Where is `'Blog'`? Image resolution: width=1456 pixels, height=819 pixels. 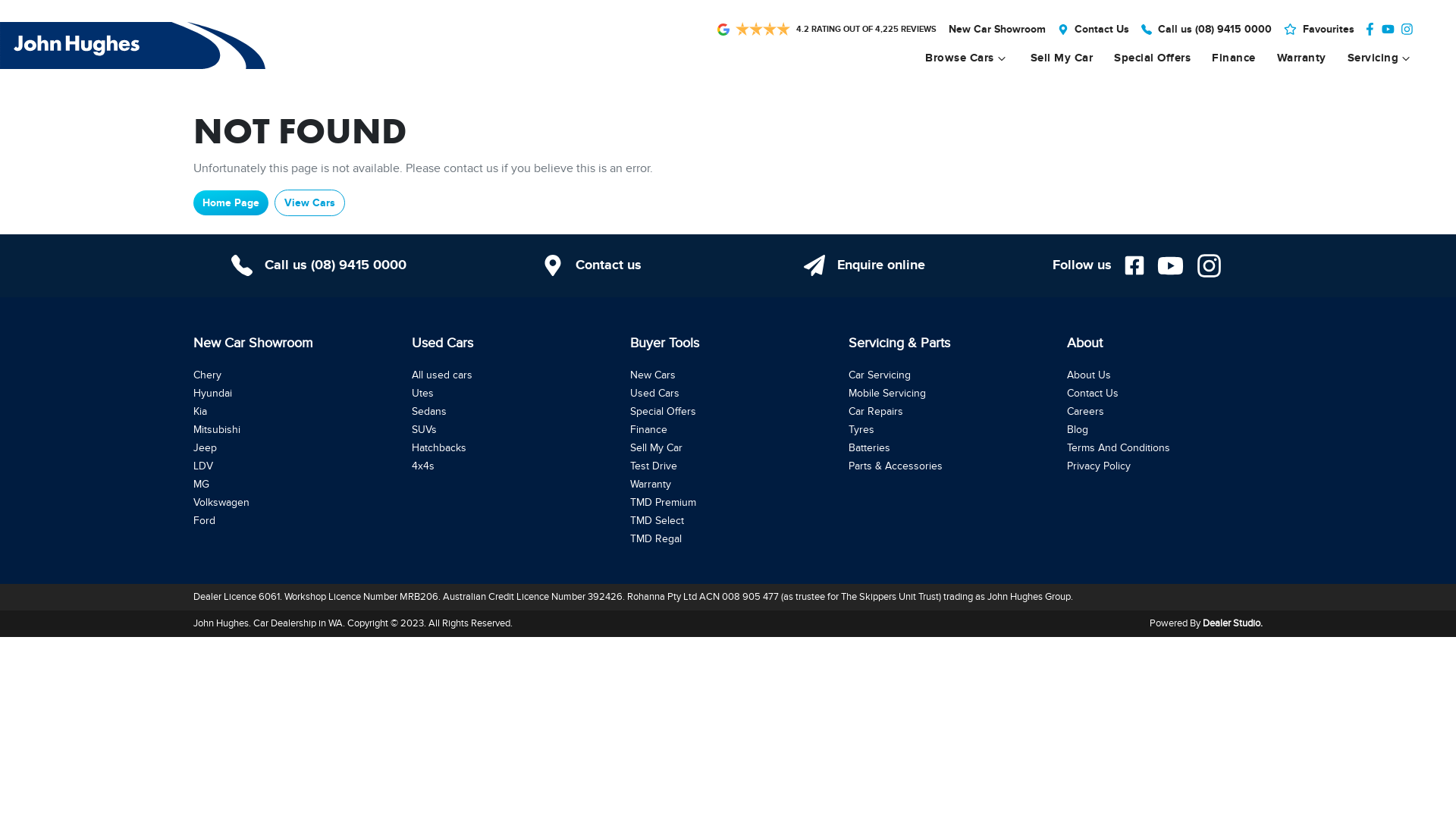
'Blog' is located at coordinates (1076, 429).